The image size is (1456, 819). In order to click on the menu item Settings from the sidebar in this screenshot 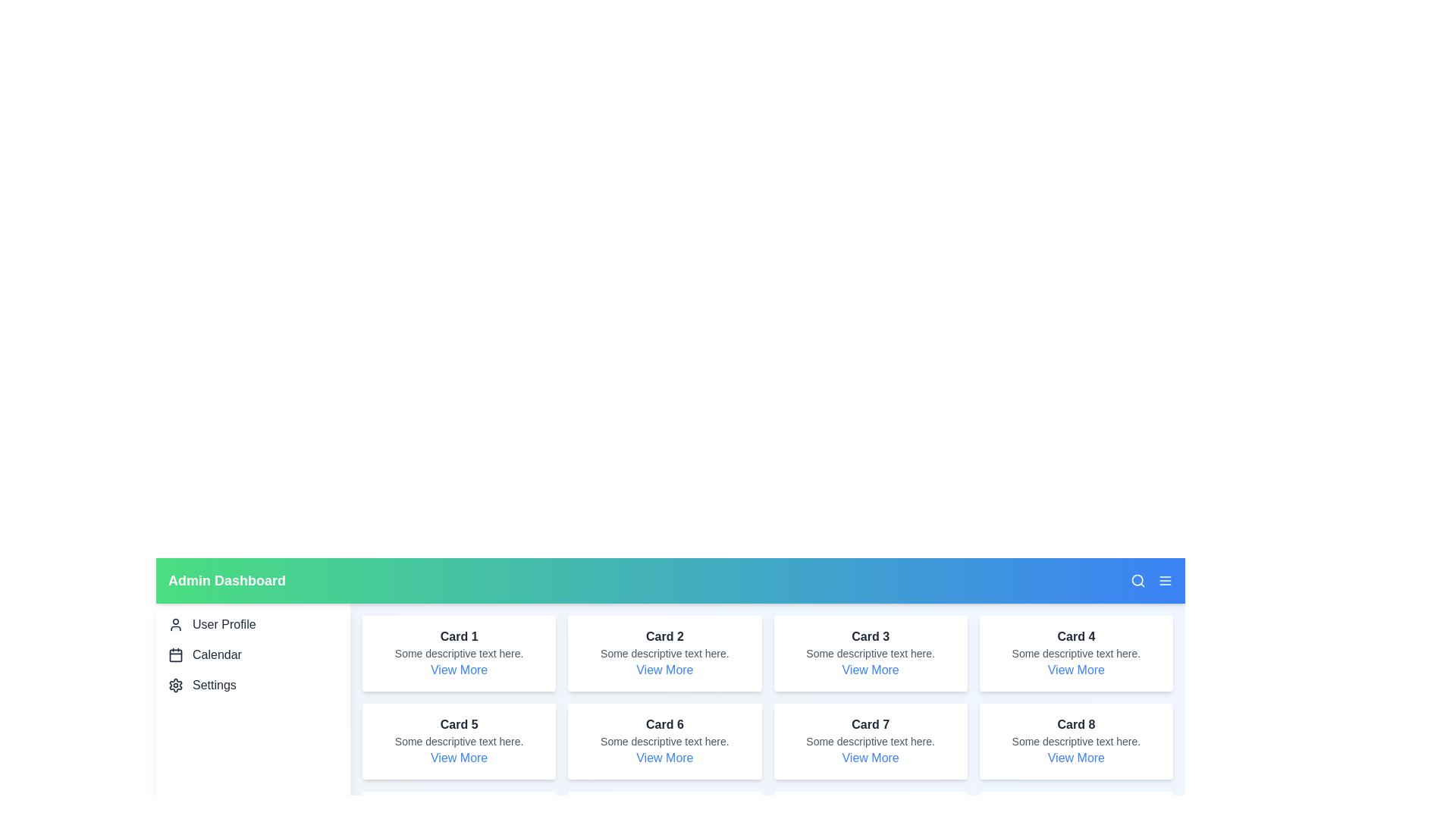, I will do `click(253, 685)`.